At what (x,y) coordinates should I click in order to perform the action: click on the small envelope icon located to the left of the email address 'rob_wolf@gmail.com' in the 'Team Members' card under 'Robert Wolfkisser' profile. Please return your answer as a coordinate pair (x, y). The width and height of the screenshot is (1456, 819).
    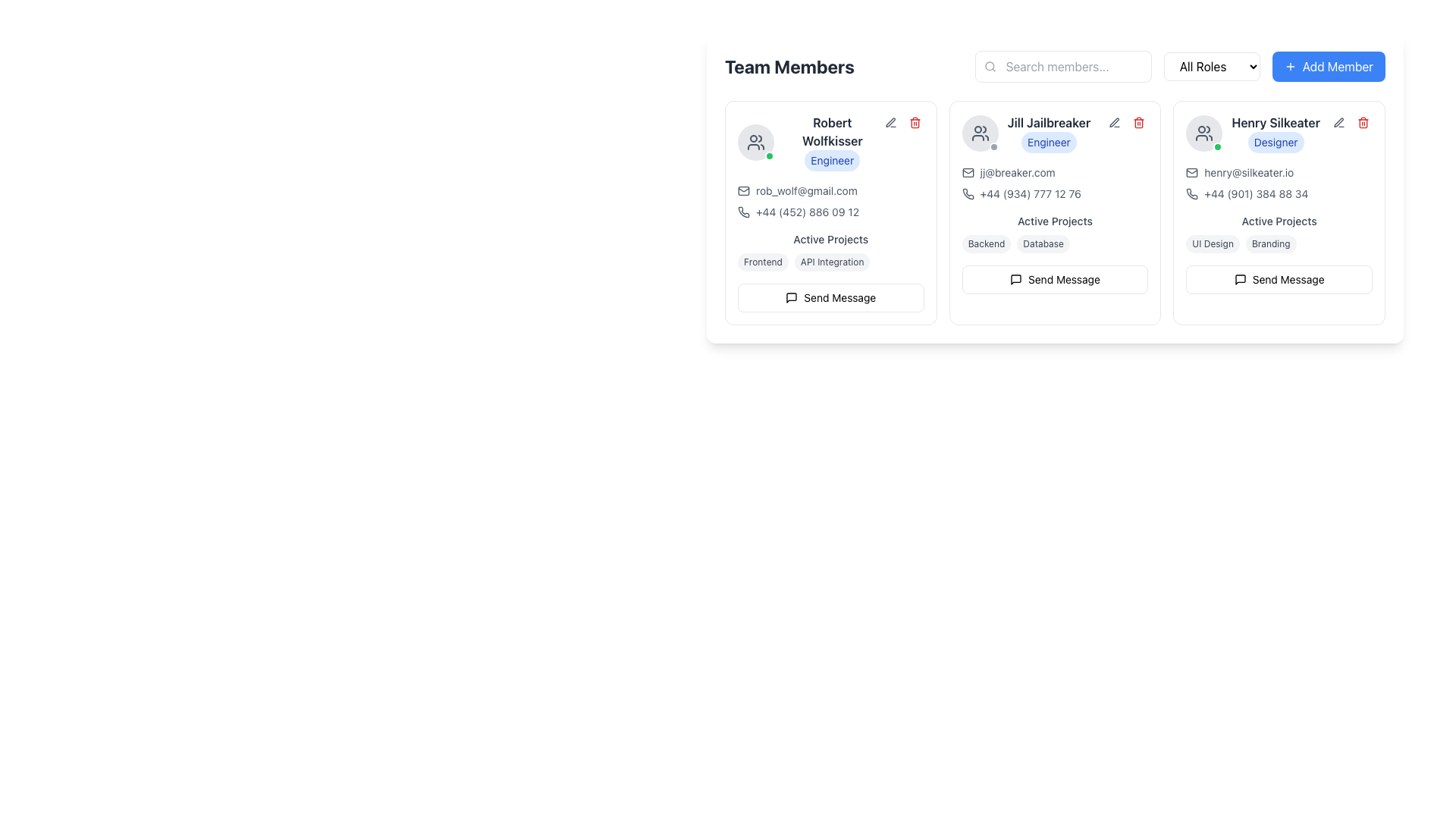
    Looking at the image, I should click on (743, 190).